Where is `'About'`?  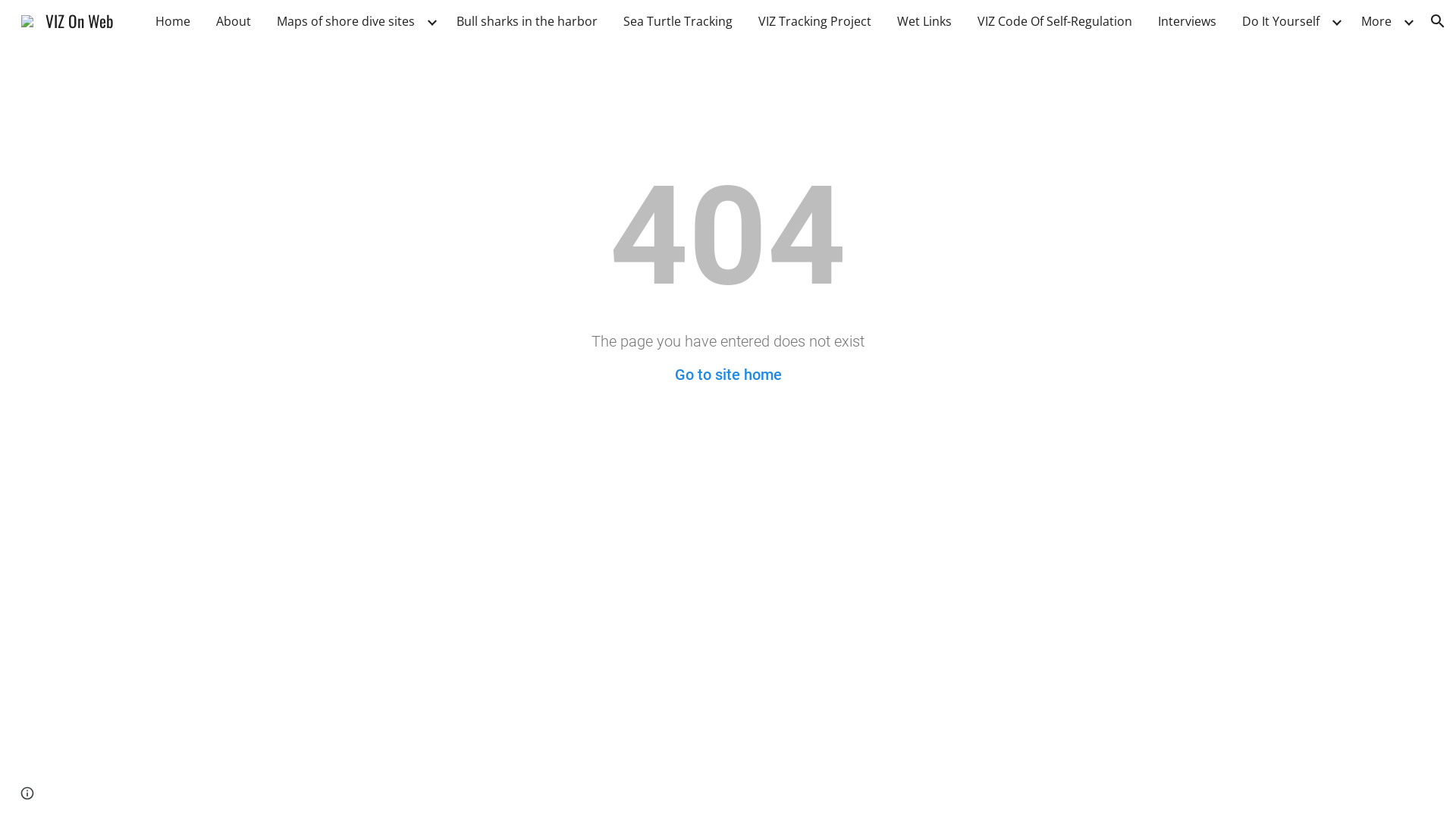 'About' is located at coordinates (232, 20).